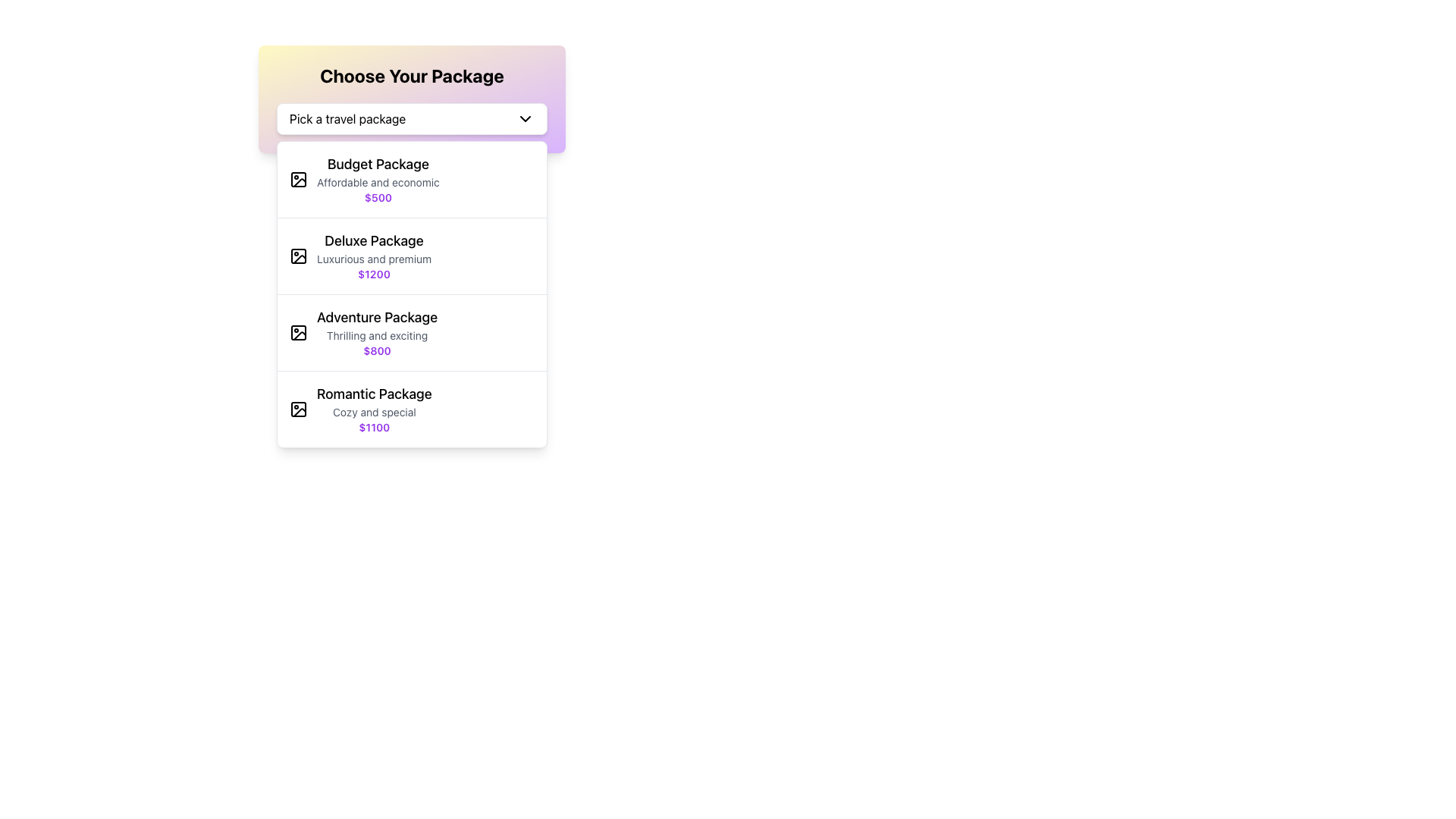  What do you see at coordinates (374, 394) in the screenshot?
I see `the 'Romantic Package' text label, which is positioned as the first line of the fourth listing in the dropdown menu, directly above the descriptive text 'Cozy and special' and the price '$1100'` at bounding box center [374, 394].